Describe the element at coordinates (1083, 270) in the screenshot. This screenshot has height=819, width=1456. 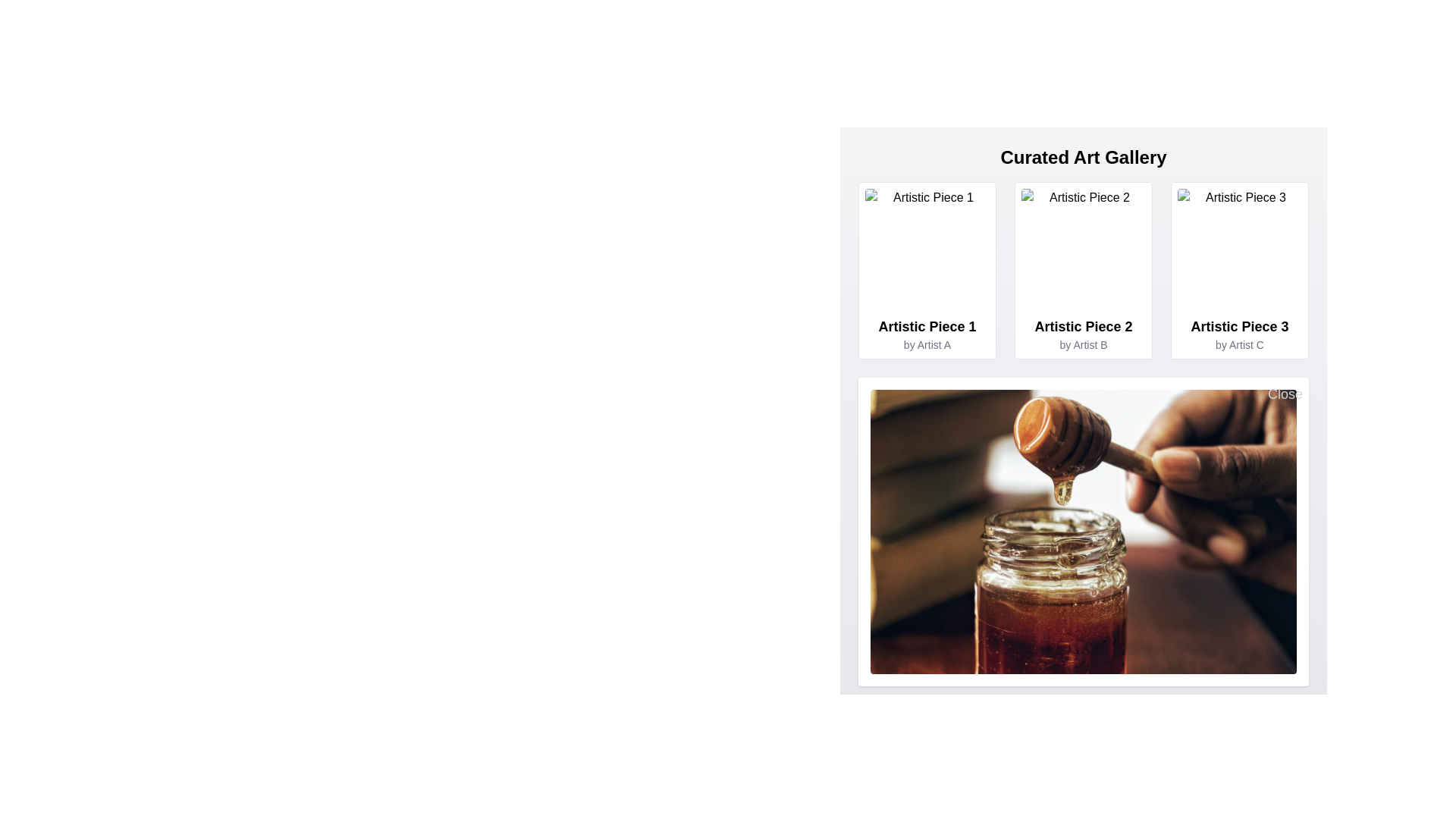
I see `the Interactive Card representing an individual artistic piece, located in the middle column of the first row of a three-column layout` at that location.